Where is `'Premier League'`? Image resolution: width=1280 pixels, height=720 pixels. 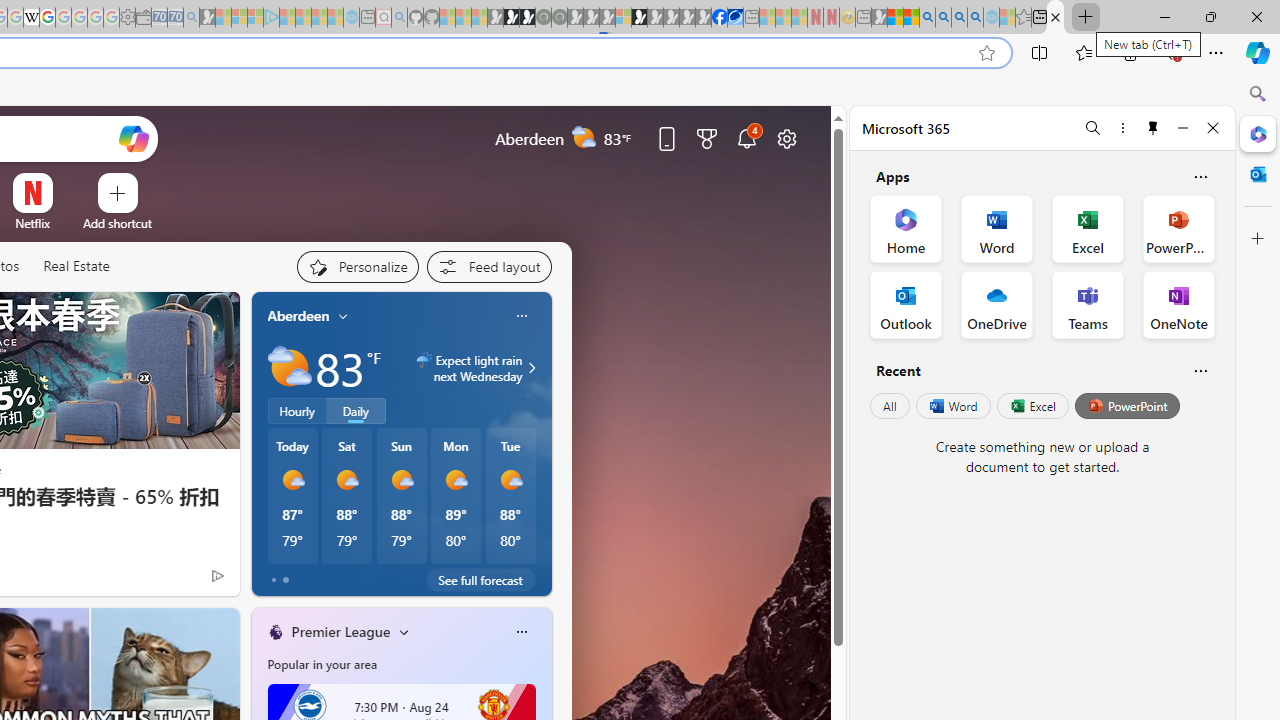 'Premier League' is located at coordinates (340, 631).